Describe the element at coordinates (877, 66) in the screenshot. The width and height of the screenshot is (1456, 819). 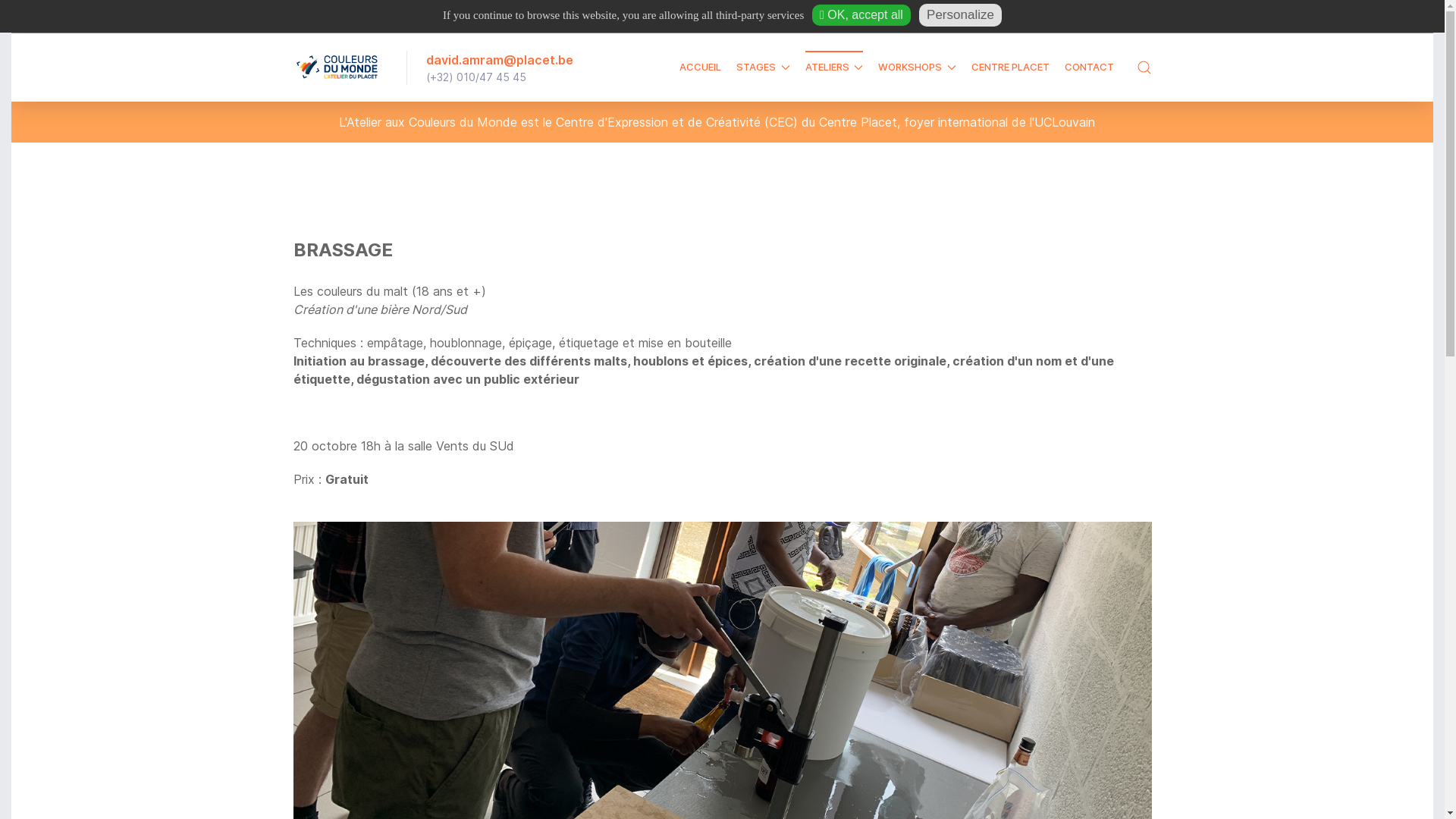
I see `'WORKSHOPS'` at that location.